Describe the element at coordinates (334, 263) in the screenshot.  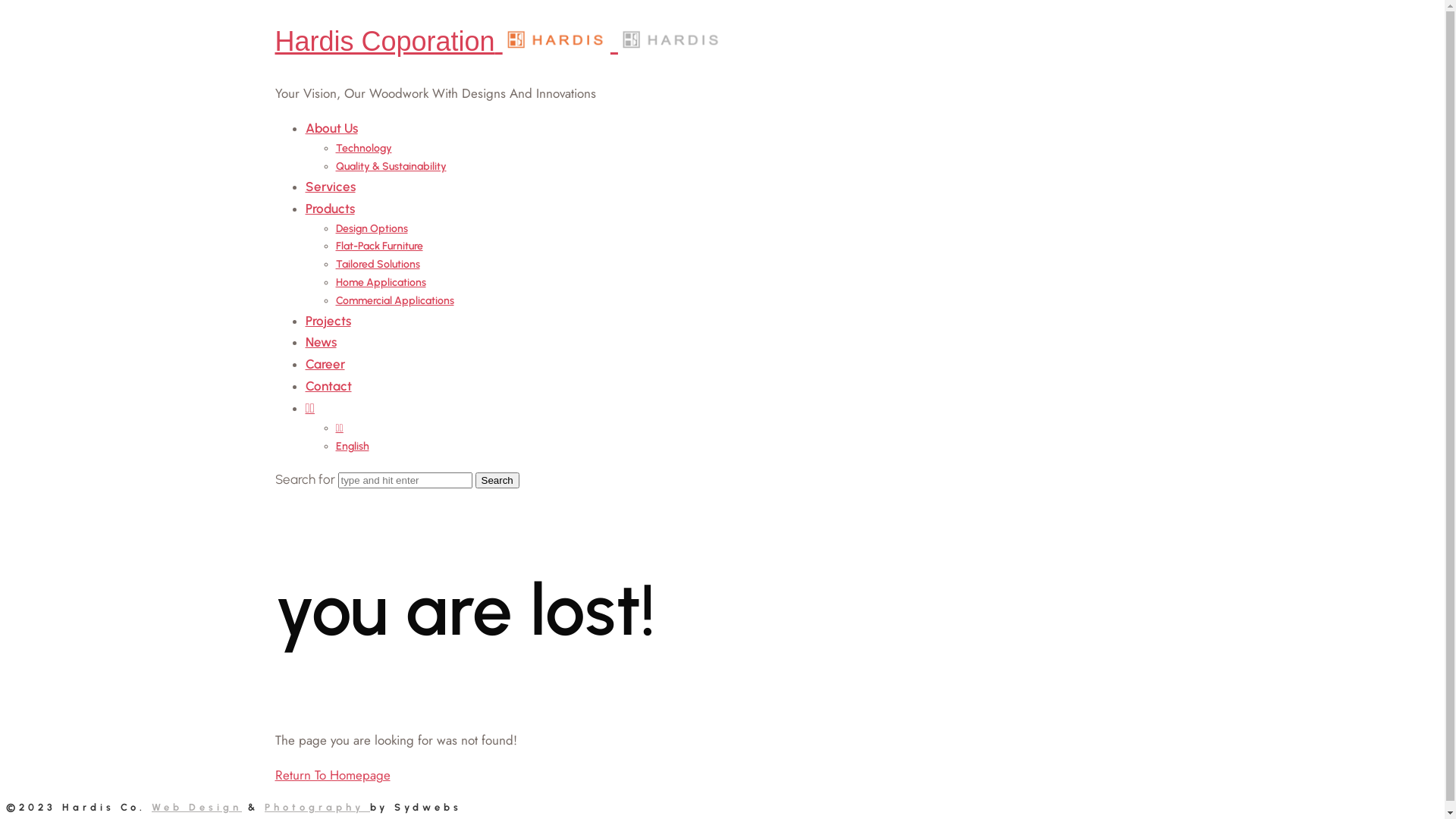
I see `'Tailored Solutions'` at that location.